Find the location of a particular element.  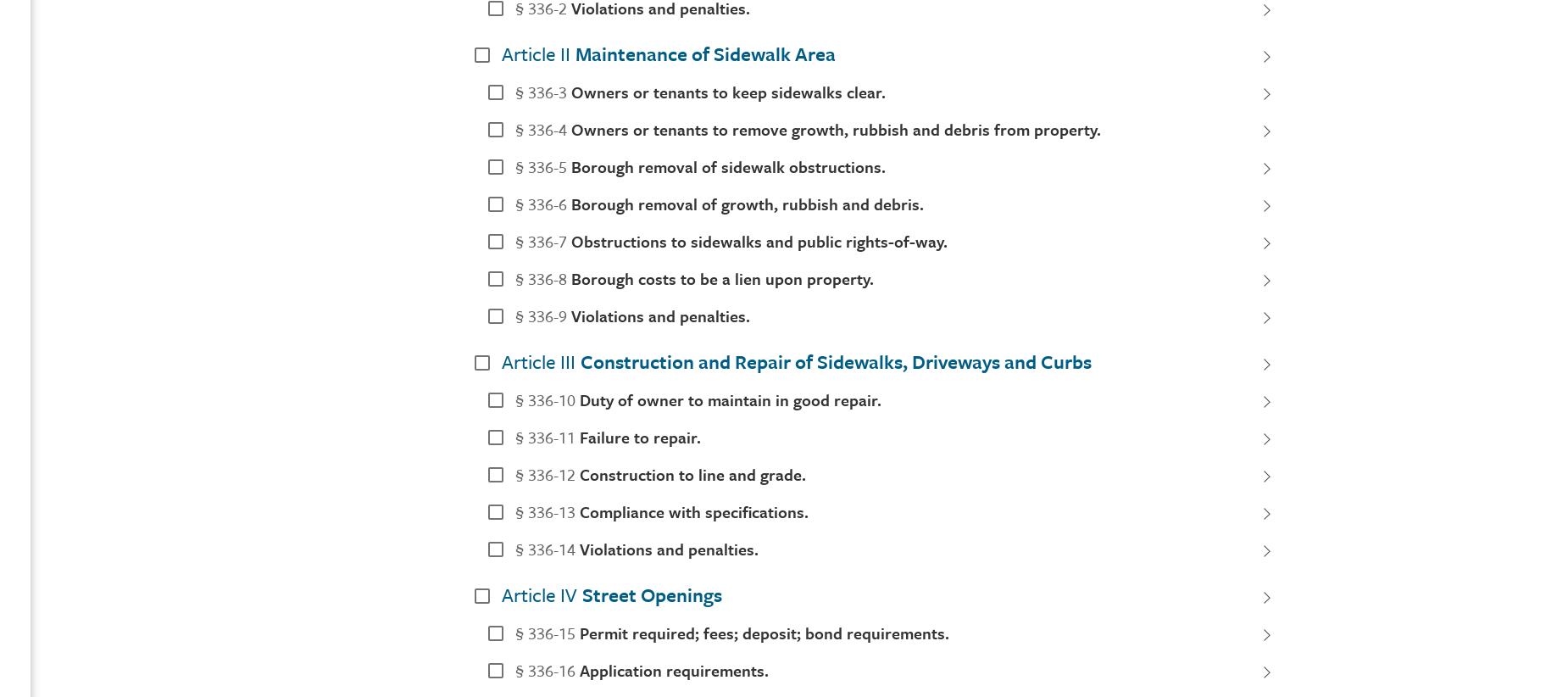

'Borough removal of sidewalk obstructions.' is located at coordinates (728, 164).